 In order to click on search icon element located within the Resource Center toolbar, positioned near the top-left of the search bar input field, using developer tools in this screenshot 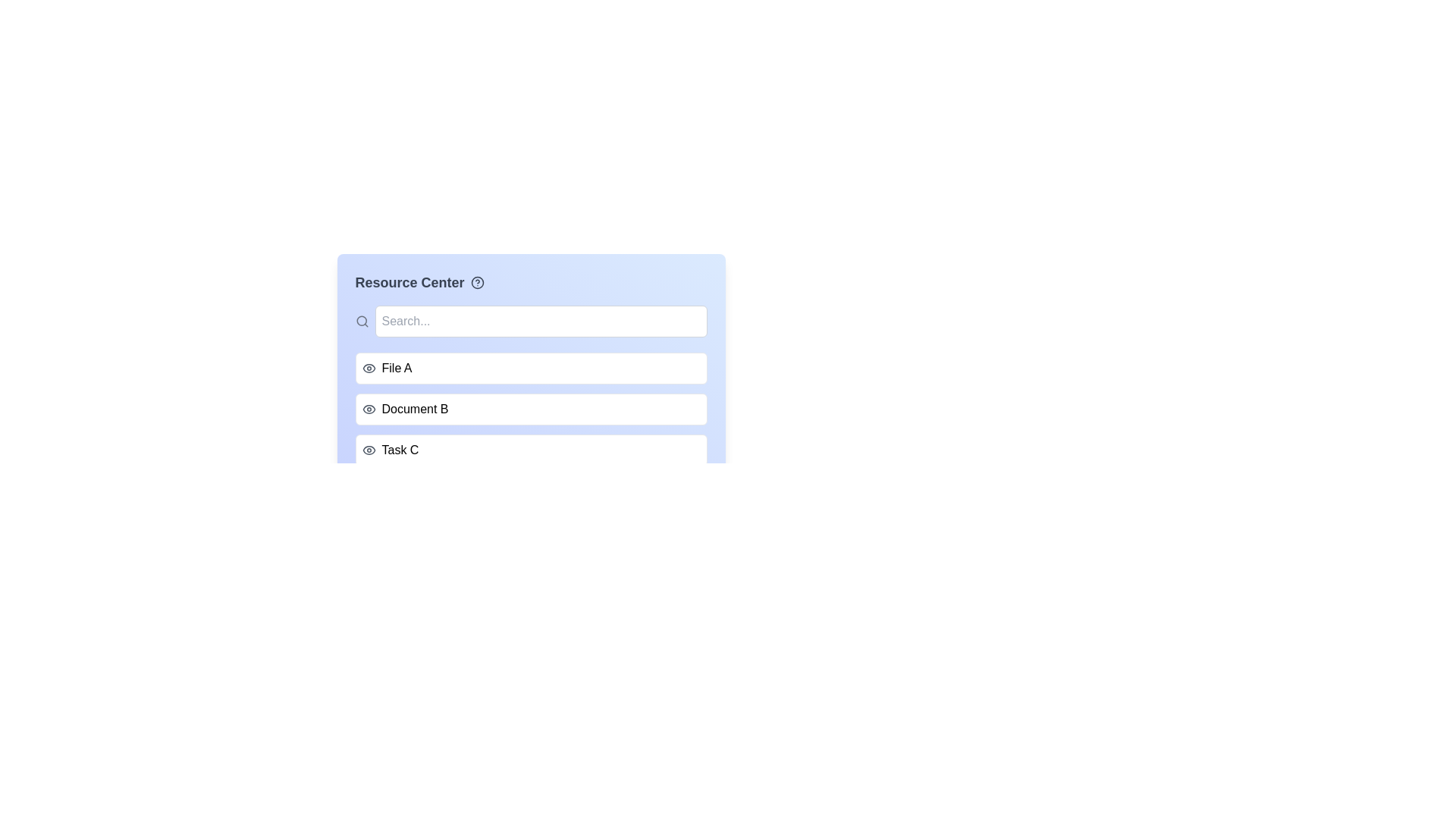, I will do `click(360, 320)`.